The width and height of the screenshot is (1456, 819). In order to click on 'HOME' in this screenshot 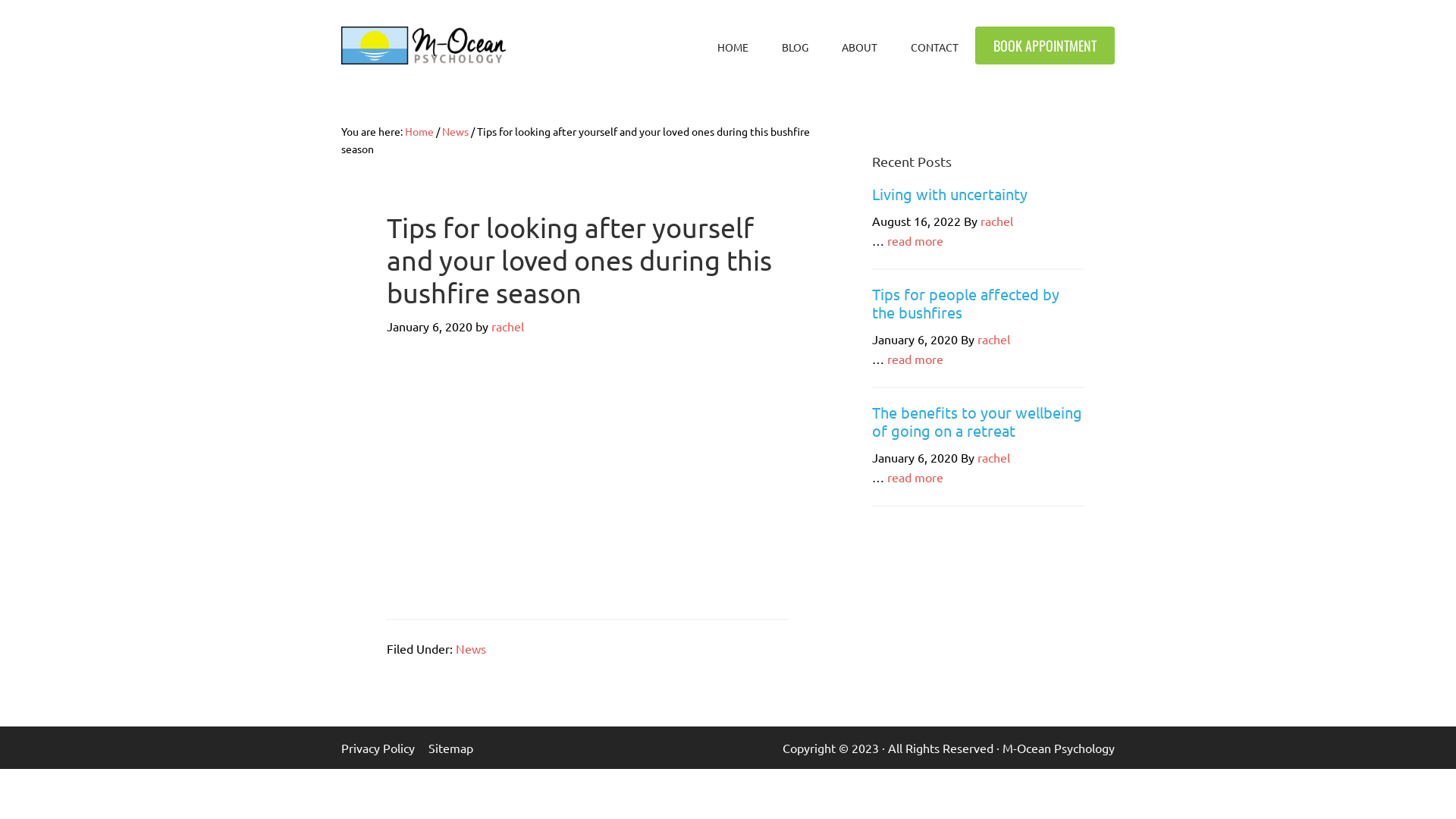, I will do `click(733, 45)`.